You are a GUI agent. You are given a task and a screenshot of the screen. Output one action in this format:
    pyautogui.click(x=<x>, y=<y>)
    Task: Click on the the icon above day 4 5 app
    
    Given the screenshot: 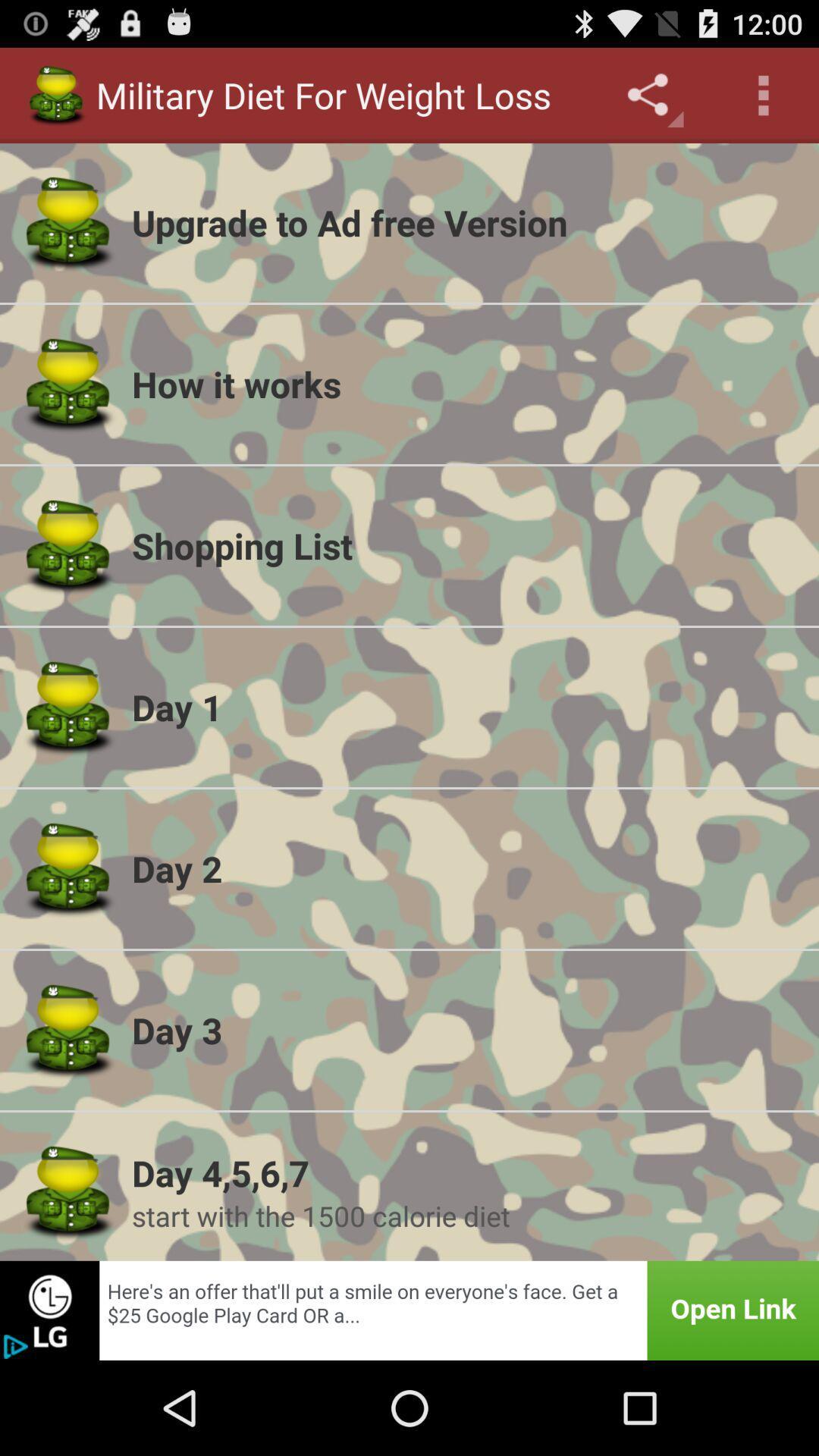 What is the action you would take?
    pyautogui.click(x=465, y=1030)
    